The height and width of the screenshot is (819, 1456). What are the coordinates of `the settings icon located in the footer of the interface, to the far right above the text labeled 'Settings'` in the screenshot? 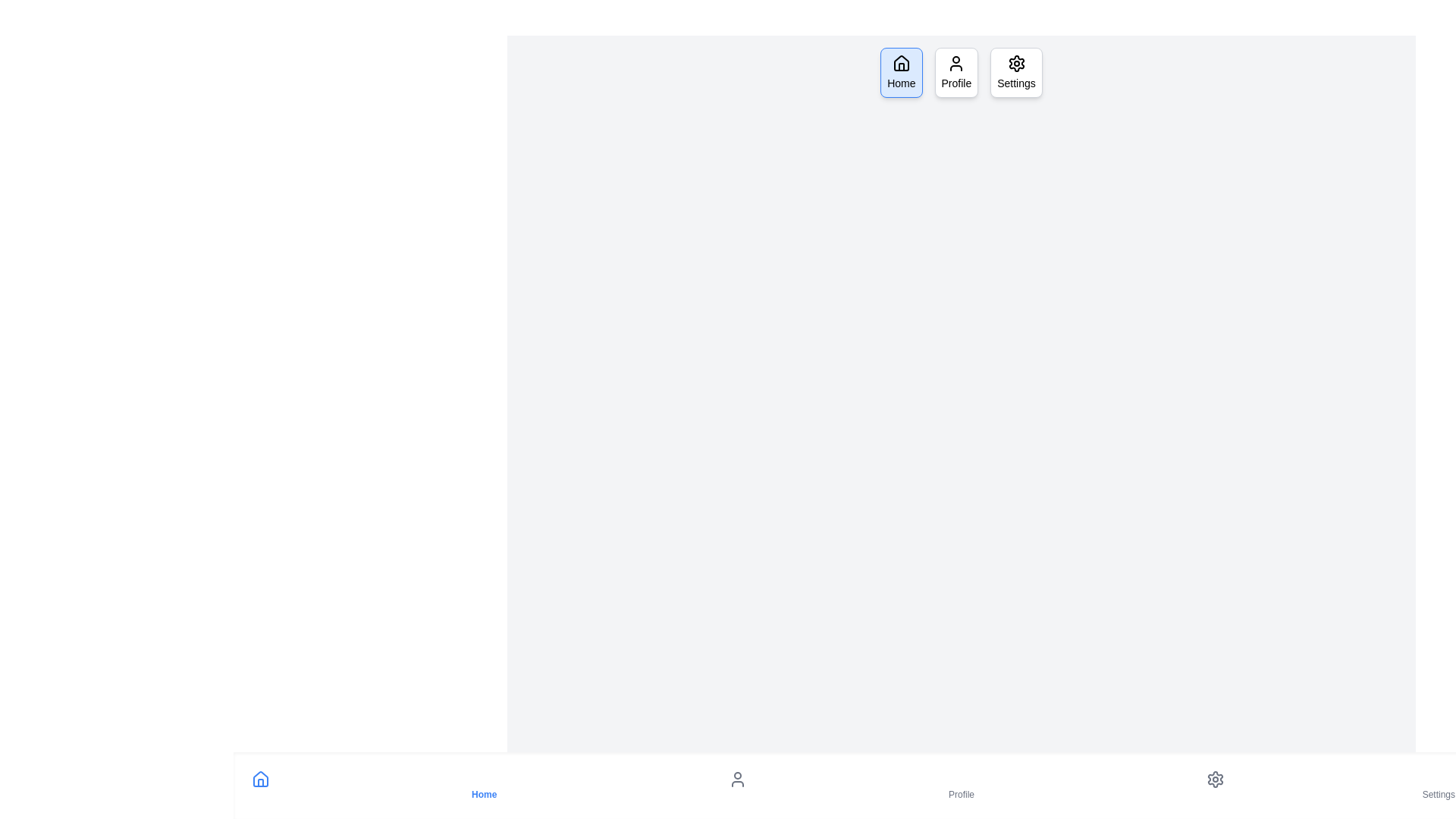 It's located at (1215, 780).